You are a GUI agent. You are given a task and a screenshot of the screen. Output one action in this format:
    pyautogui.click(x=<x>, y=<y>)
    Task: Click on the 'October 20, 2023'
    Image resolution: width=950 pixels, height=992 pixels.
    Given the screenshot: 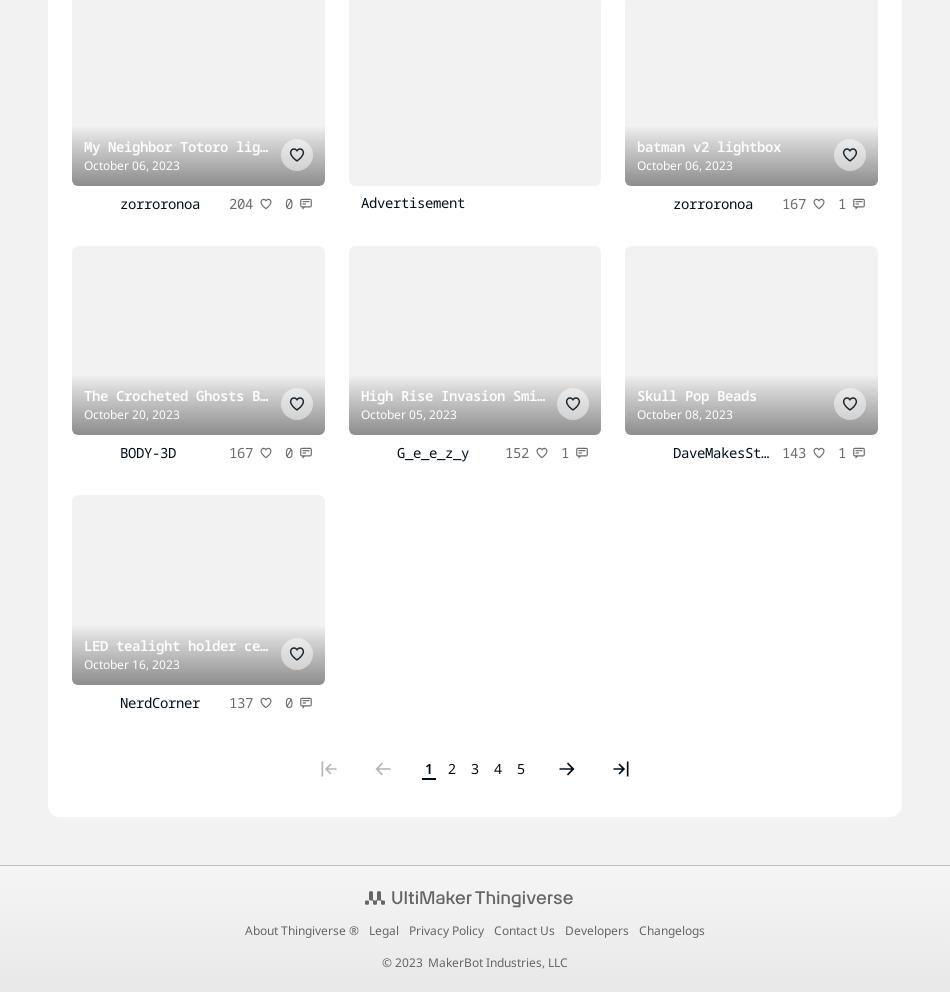 What is the action you would take?
    pyautogui.click(x=131, y=413)
    